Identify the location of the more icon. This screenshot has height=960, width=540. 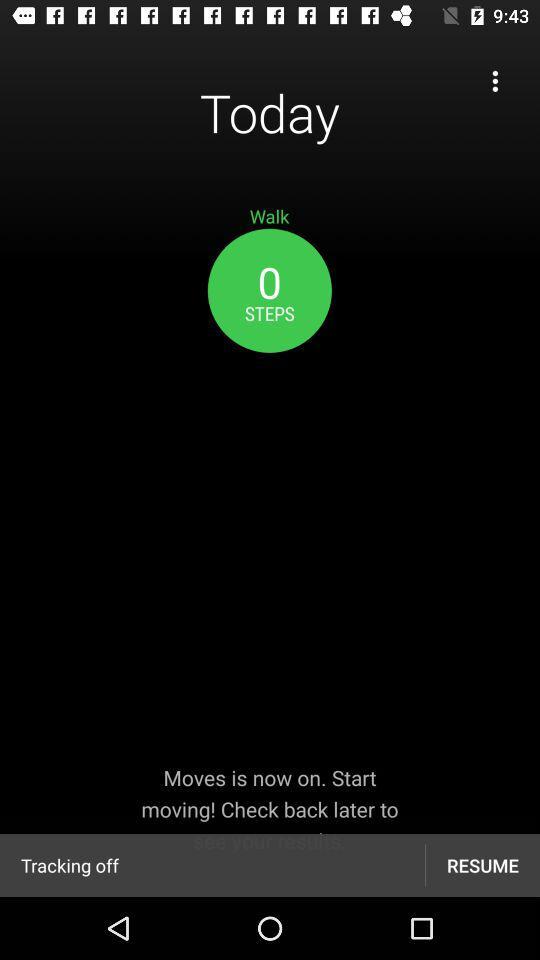
(494, 81).